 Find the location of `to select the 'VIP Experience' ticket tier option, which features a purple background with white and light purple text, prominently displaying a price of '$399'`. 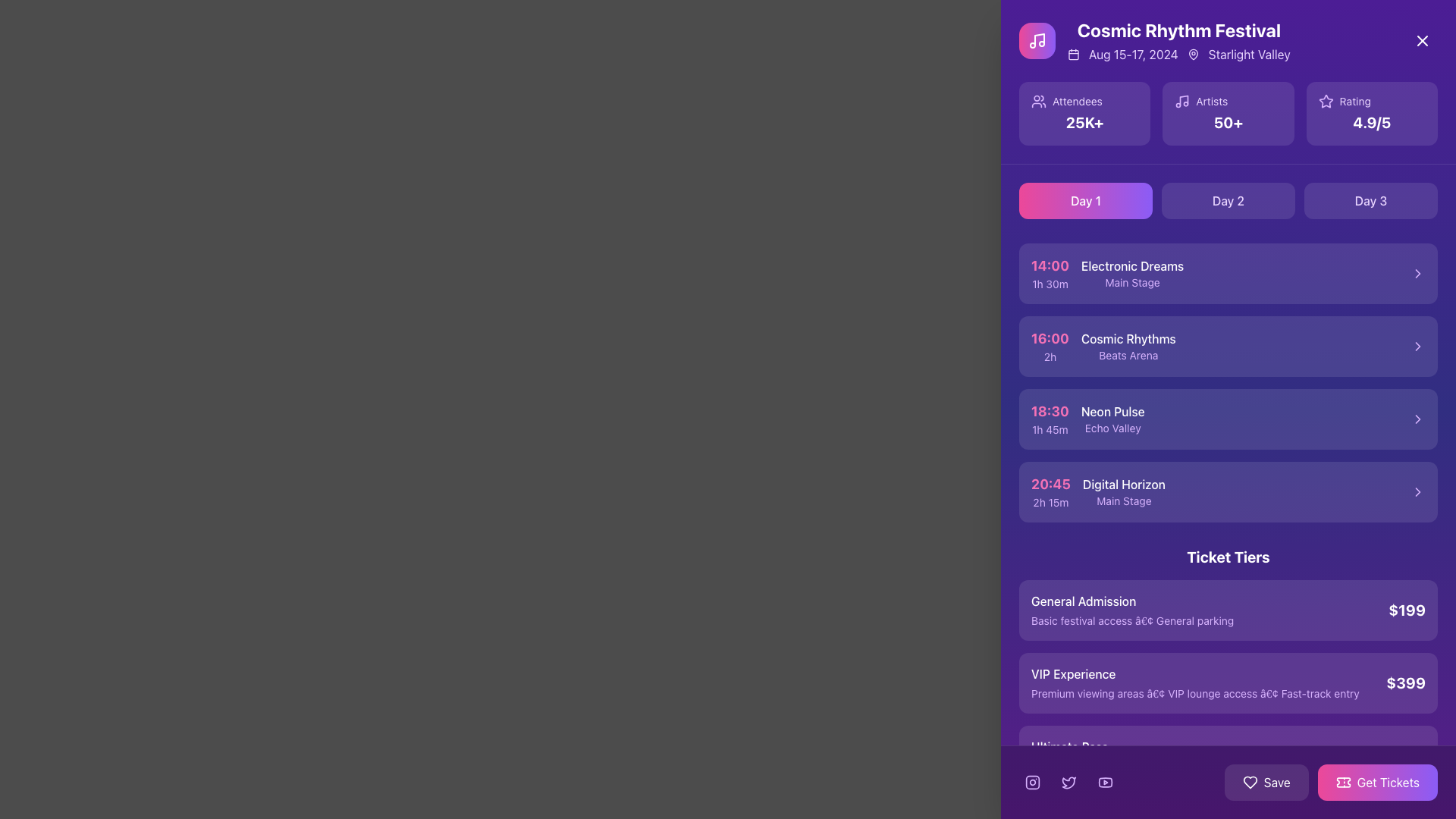

to select the 'VIP Experience' ticket tier option, which features a purple background with white and light purple text, prominently displaying a price of '$399' is located at coordinates (1228, 683).